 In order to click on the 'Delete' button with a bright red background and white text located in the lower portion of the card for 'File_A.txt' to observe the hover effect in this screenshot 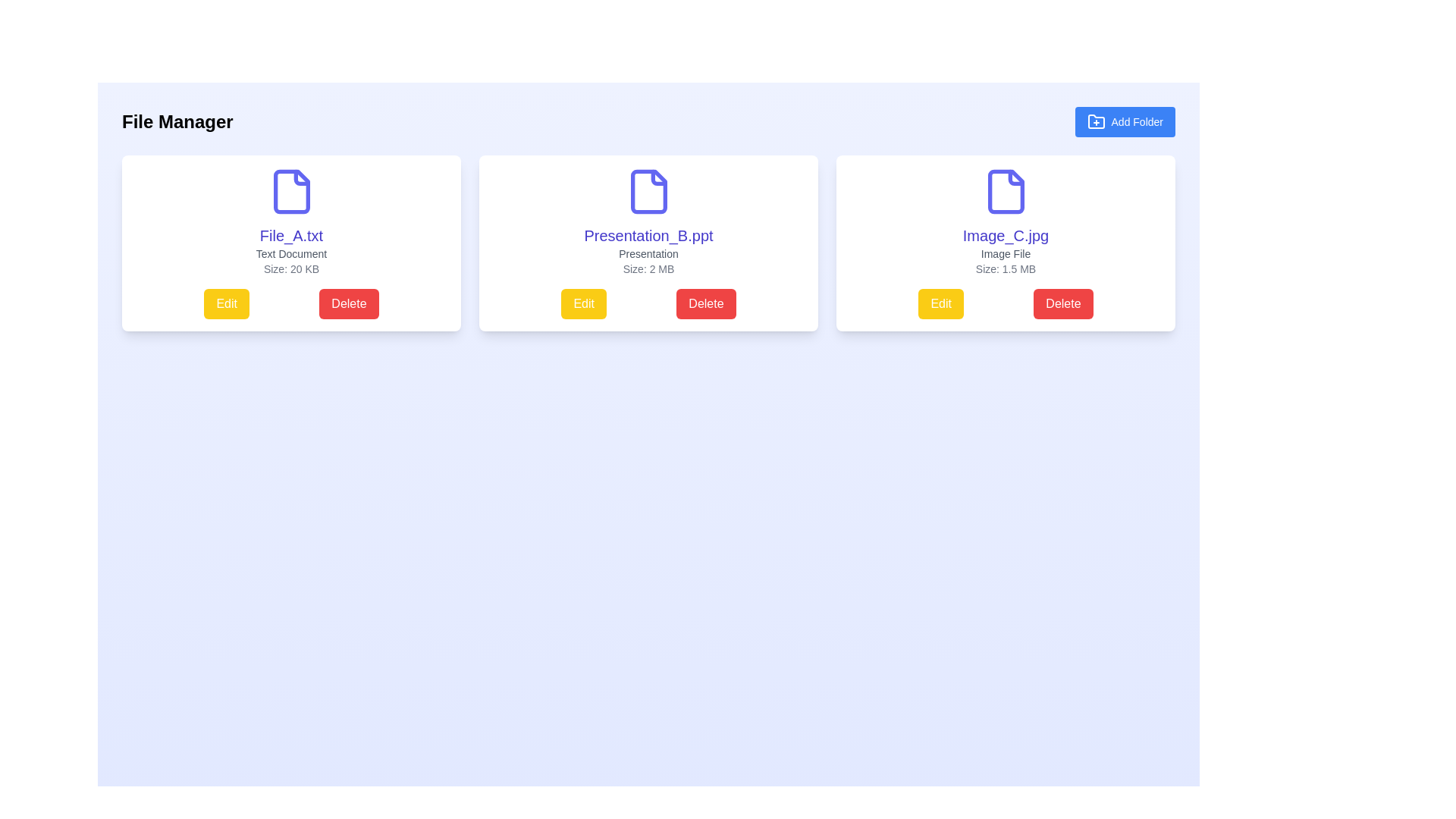, I will do `click(348, 304)`.